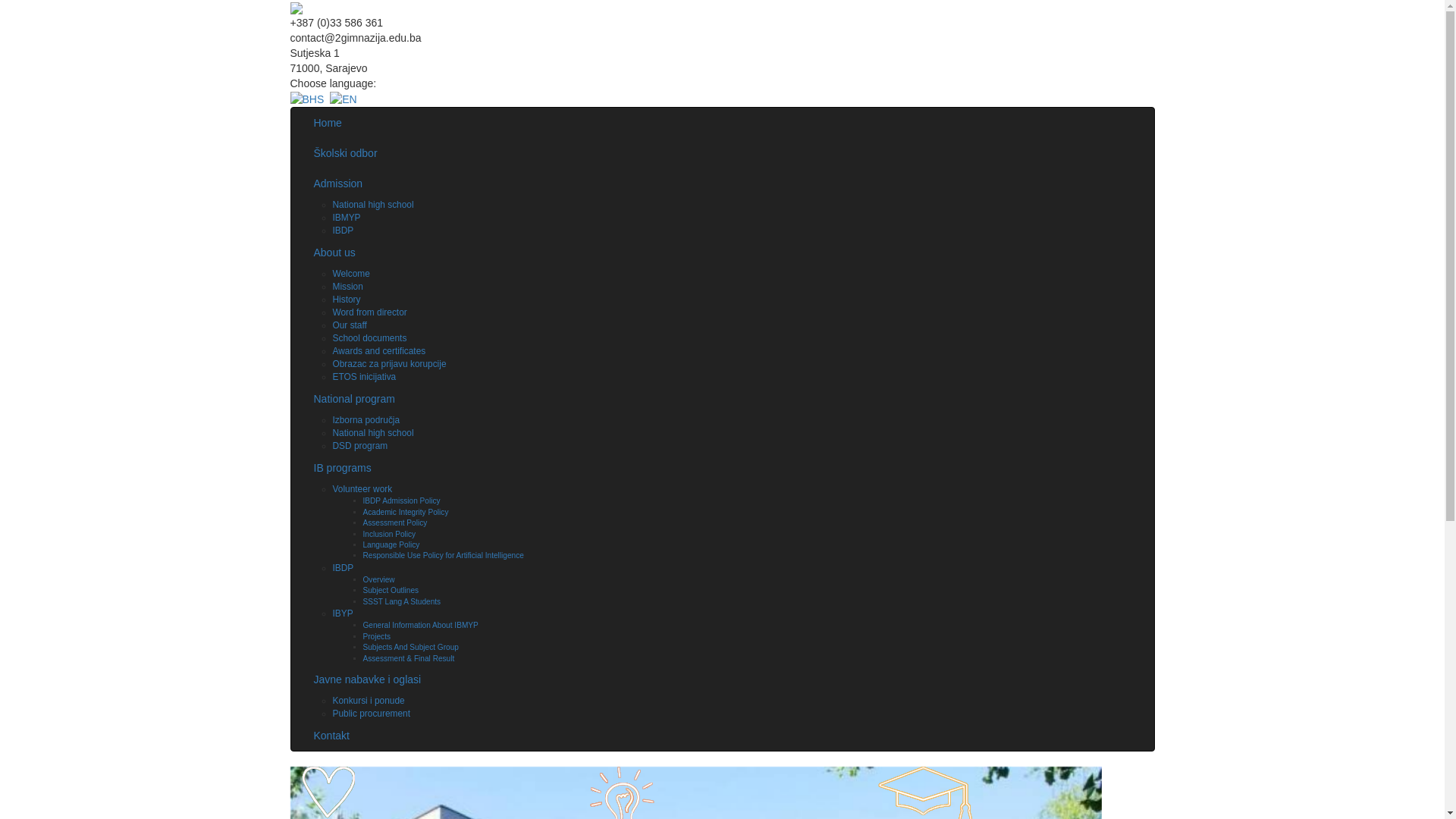 This screenshot has height=819, width=1456. I want to click on 'Inclusion Policy', so click(389, 533).